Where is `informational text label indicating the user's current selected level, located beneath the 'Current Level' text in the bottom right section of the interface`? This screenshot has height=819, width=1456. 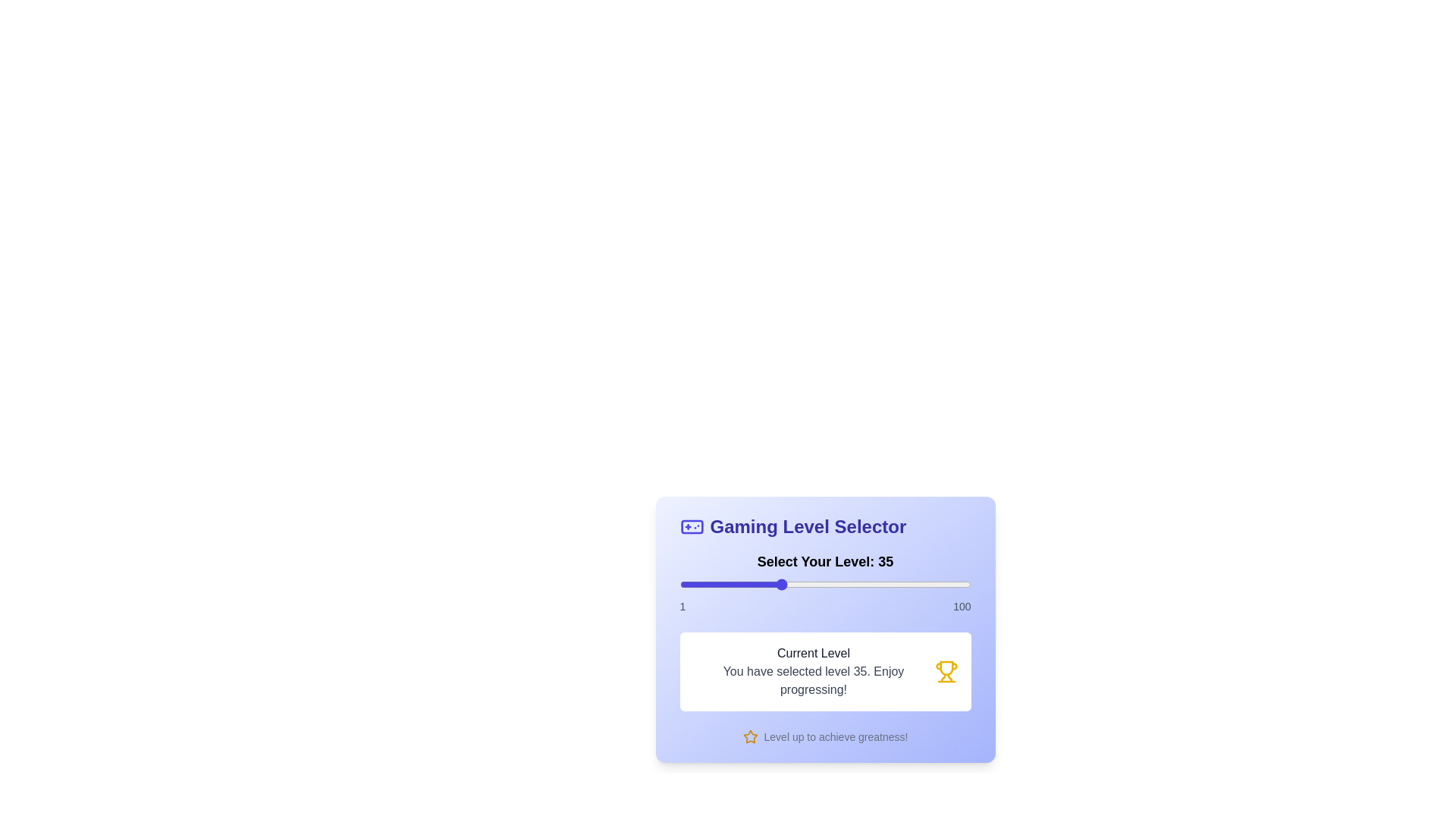
informational text label indicating the user's current selected level, located beneath the 'Current Level' text in the bottom right section of the interface is located at coordinates (812, 680).